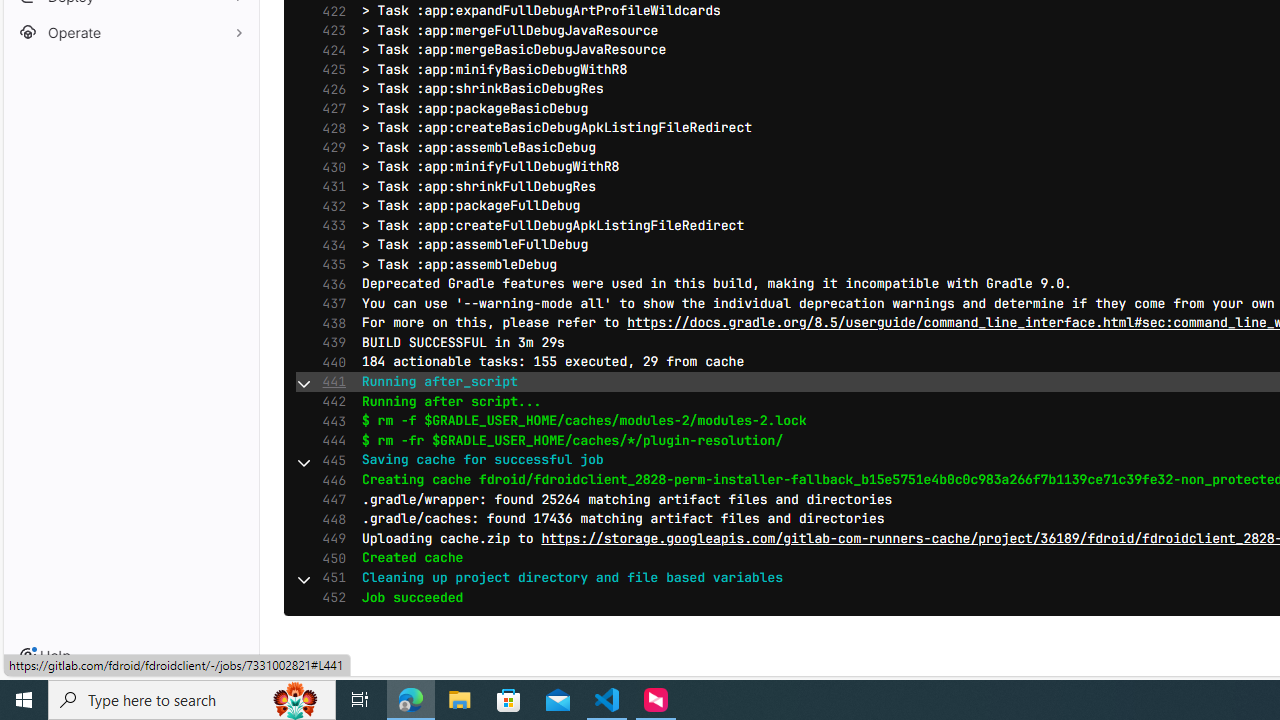  Describe the element at coordinates (130, 32) in the screenshot. I see `'Operate'` at that location.